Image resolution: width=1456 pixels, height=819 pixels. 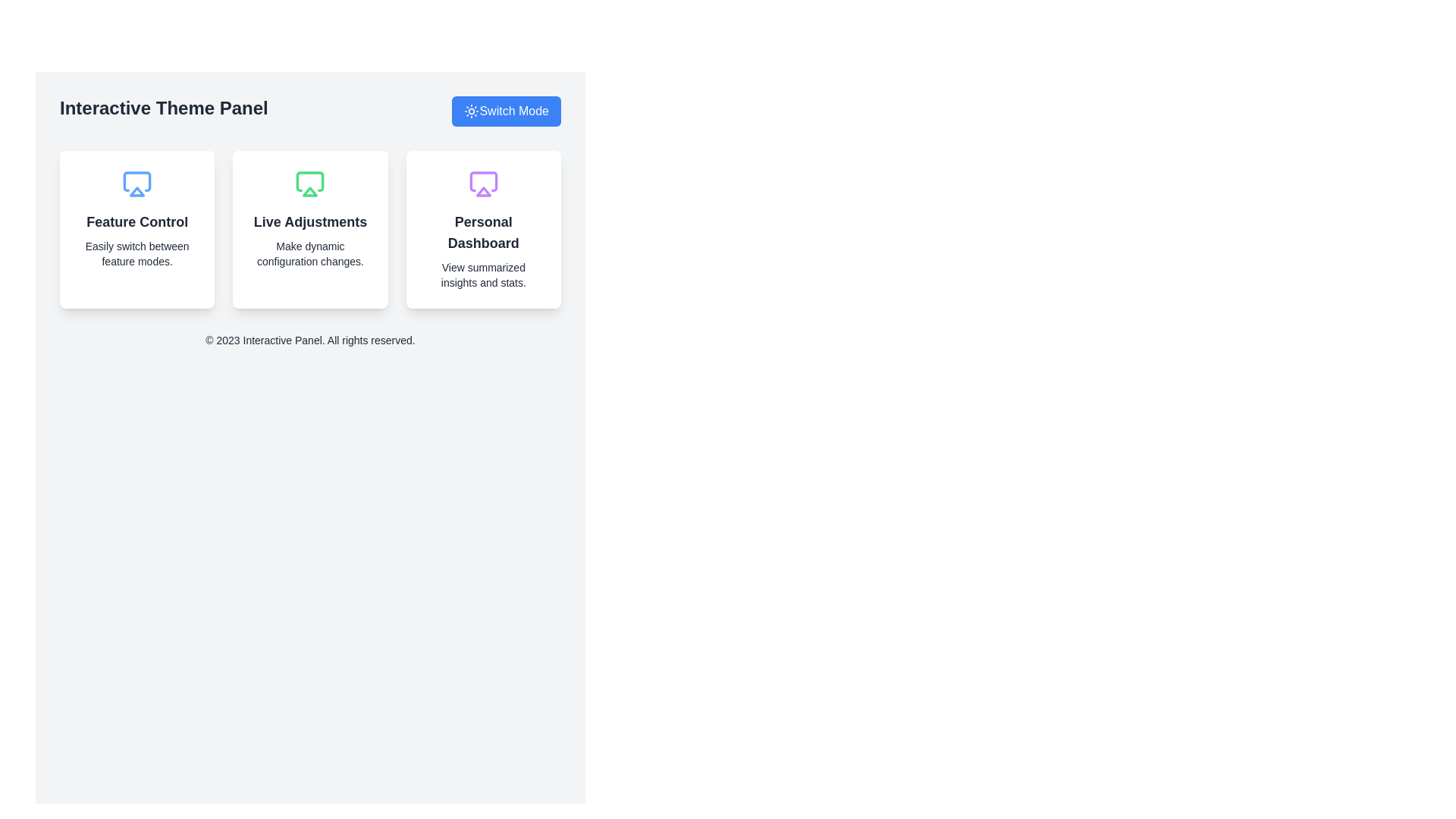 What do you see at coordinates (507, 110) in the screenshot?
I see `the toggle button located at the top-right corner of the 'Interactive Theme Panel' to switch the mode` at bounding box center [507, 110].